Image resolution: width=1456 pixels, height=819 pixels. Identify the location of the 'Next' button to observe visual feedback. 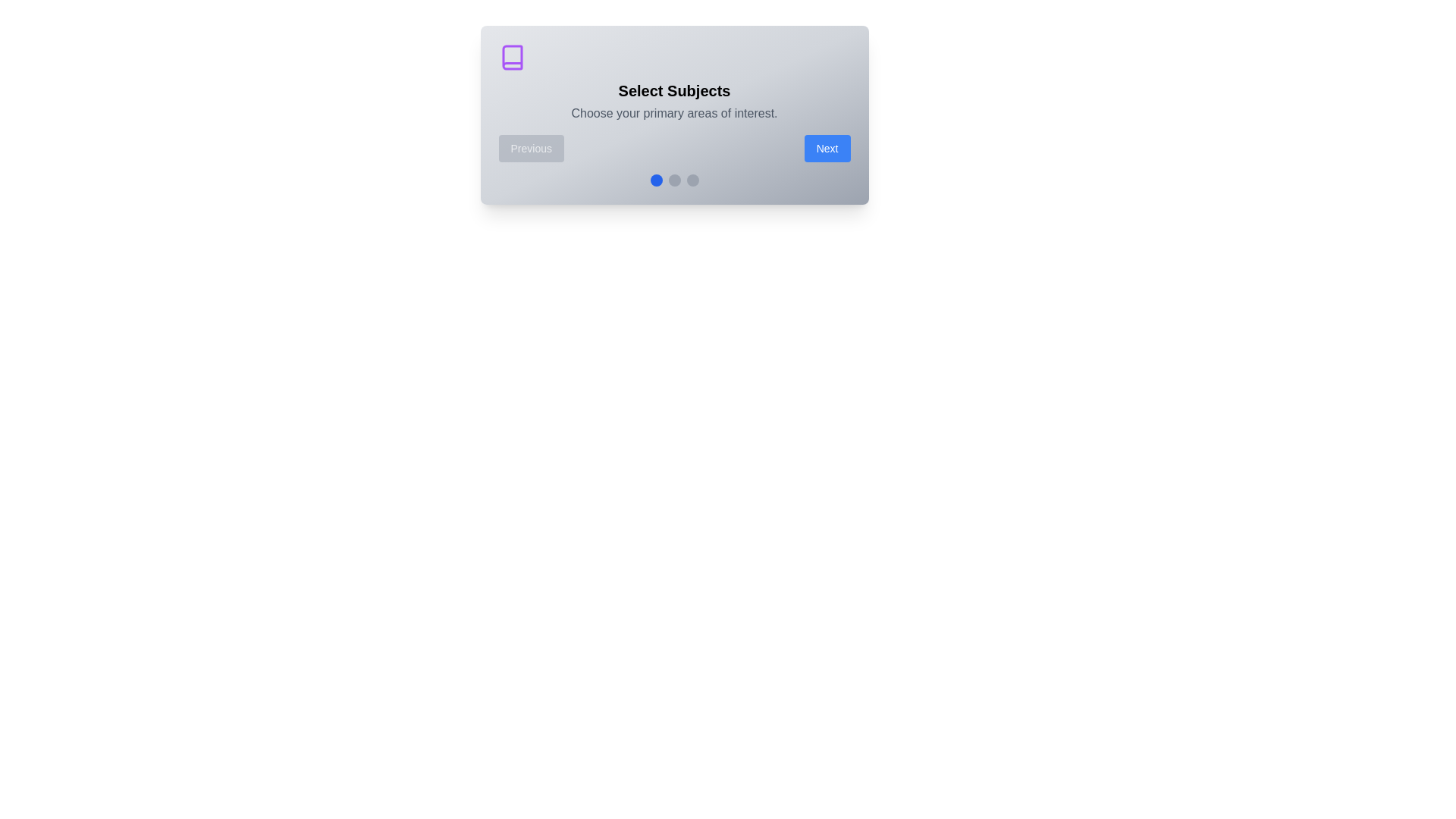
(826, 149).